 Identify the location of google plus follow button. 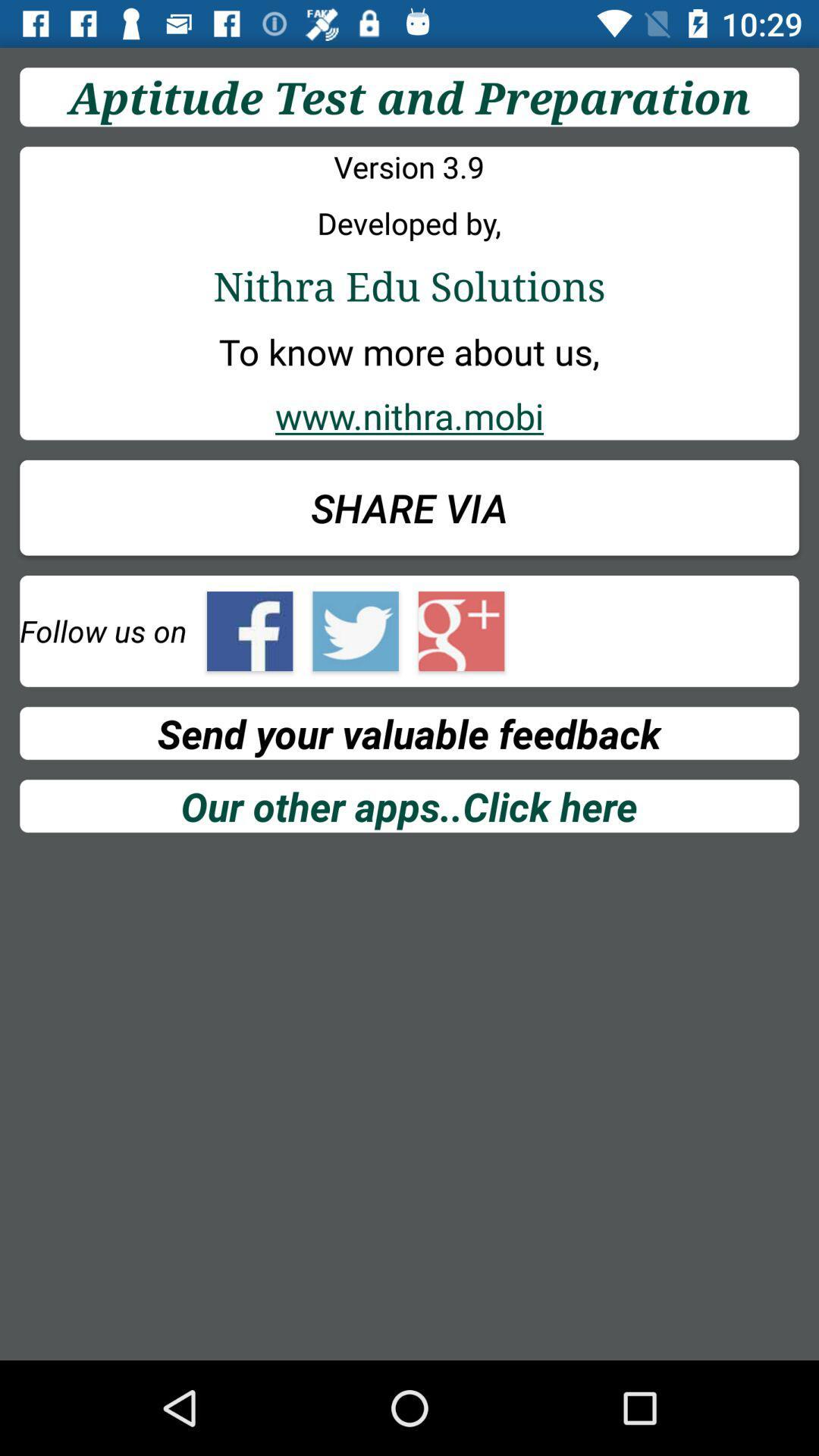
(460, 631).